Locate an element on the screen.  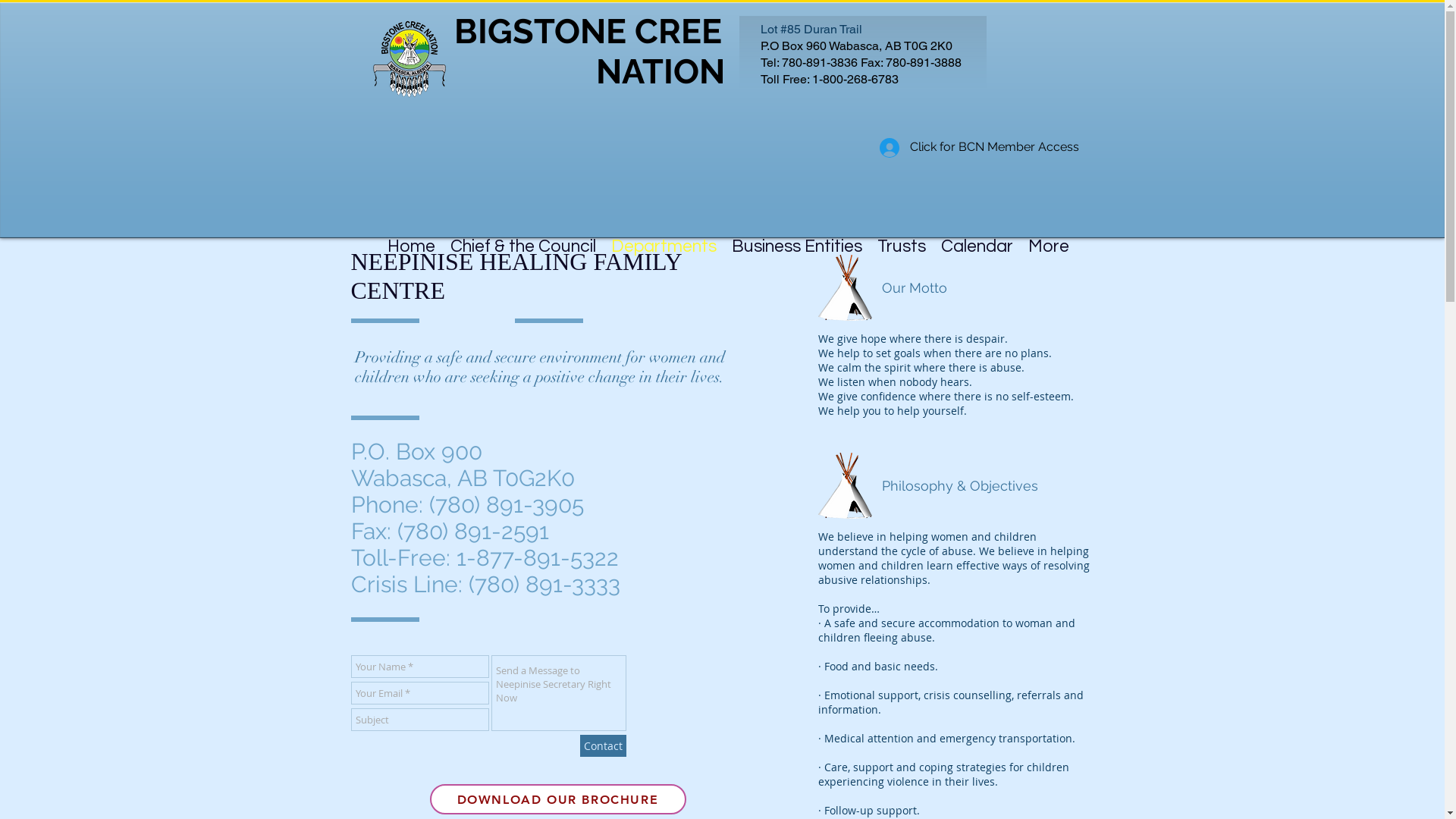
'Home' is located at coordinates (379, 236).